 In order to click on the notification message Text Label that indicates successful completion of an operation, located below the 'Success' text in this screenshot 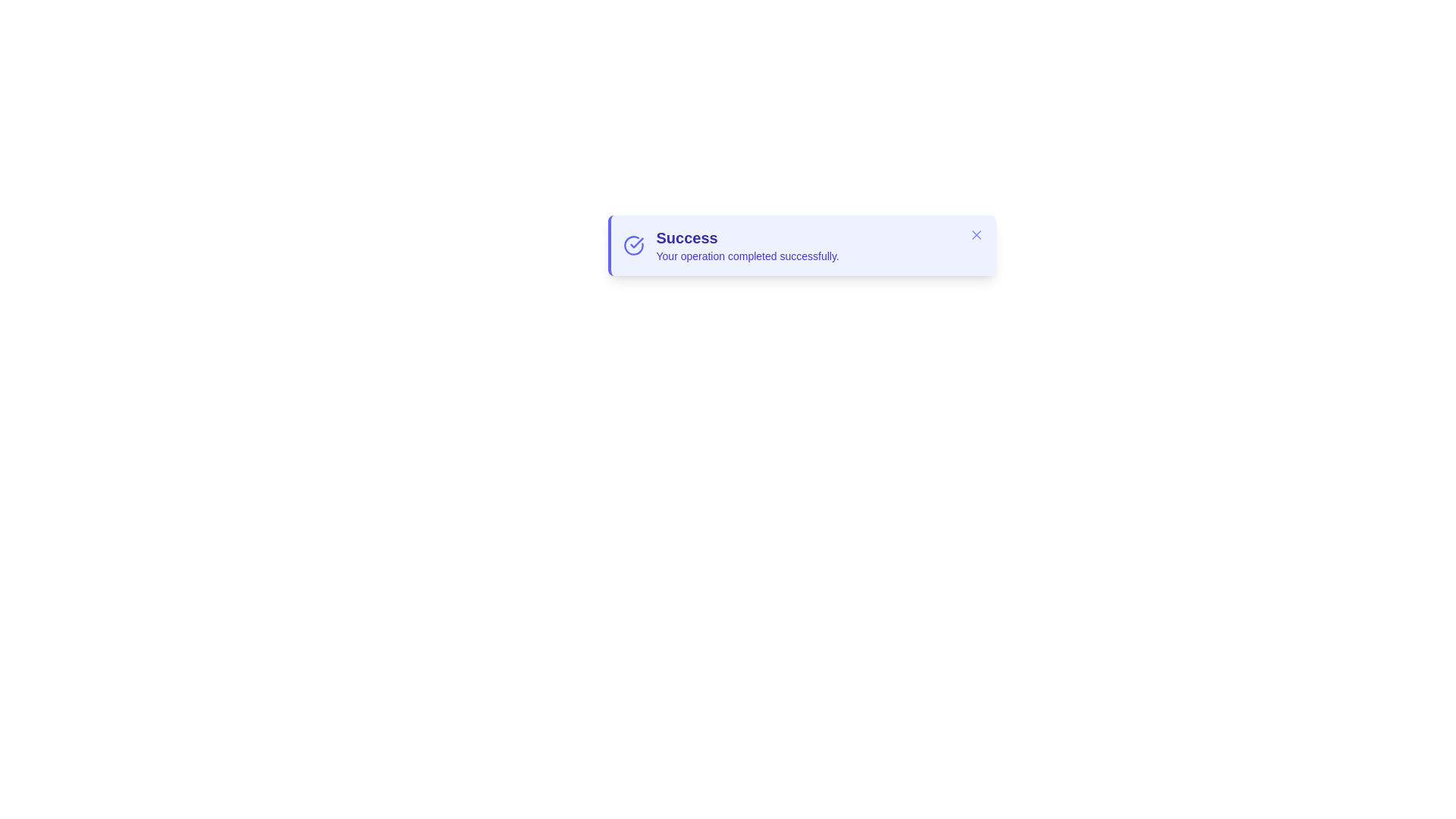, I will do `click(748, 256)`.